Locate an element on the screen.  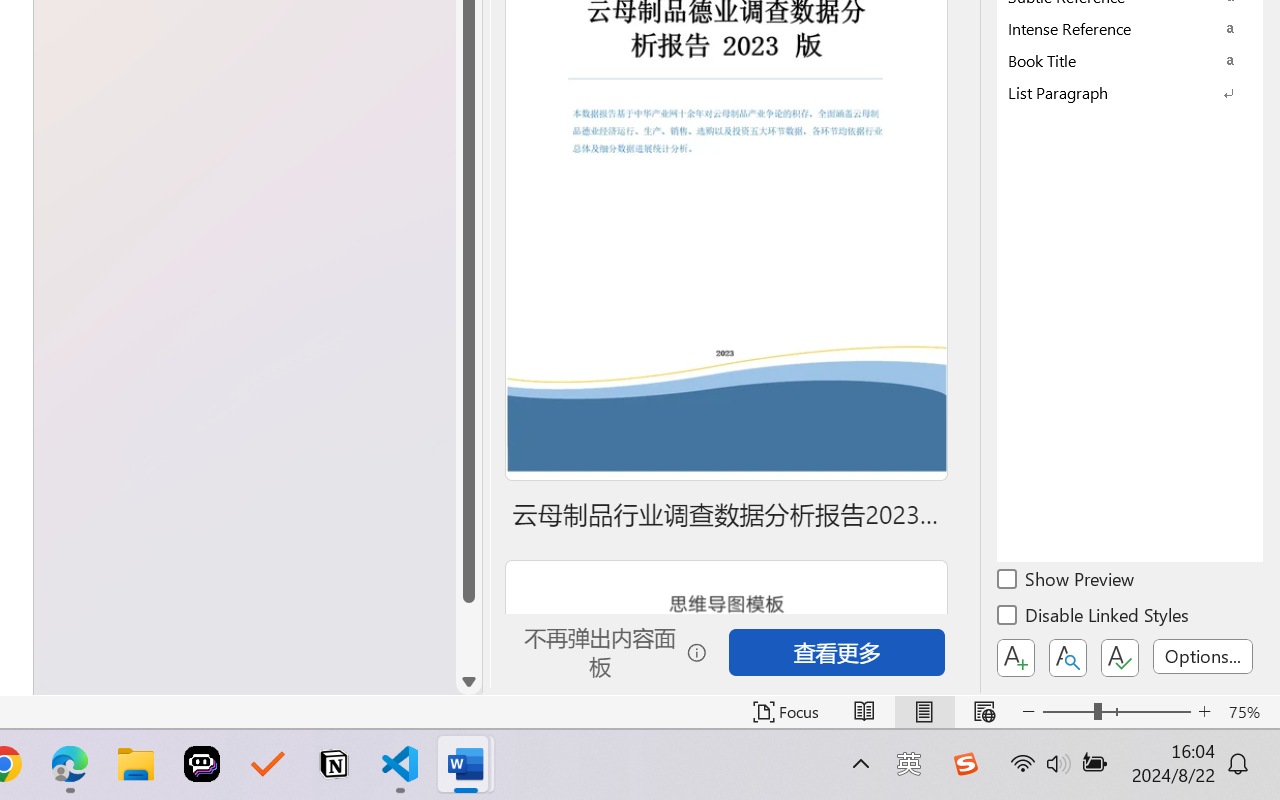
'Focus ' is located at coordinates (785, 711).